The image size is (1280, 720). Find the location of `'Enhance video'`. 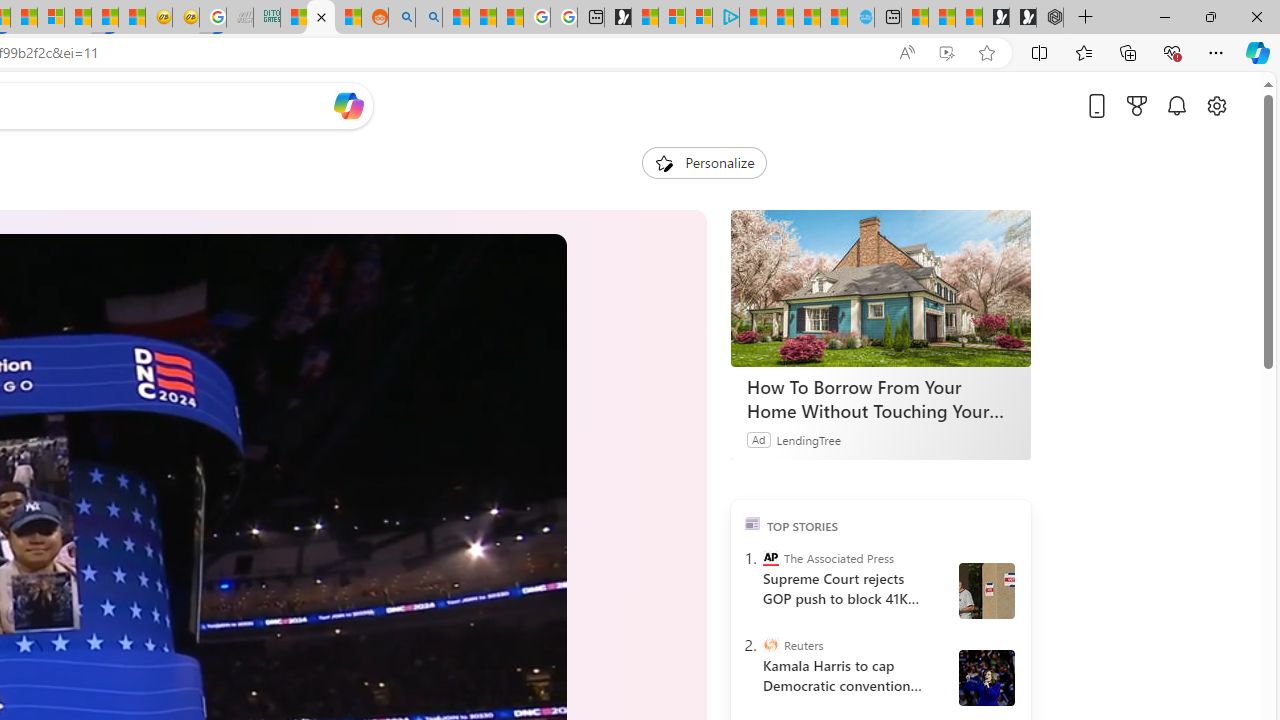

'Enhance video' is located at coordinates (945, 52).